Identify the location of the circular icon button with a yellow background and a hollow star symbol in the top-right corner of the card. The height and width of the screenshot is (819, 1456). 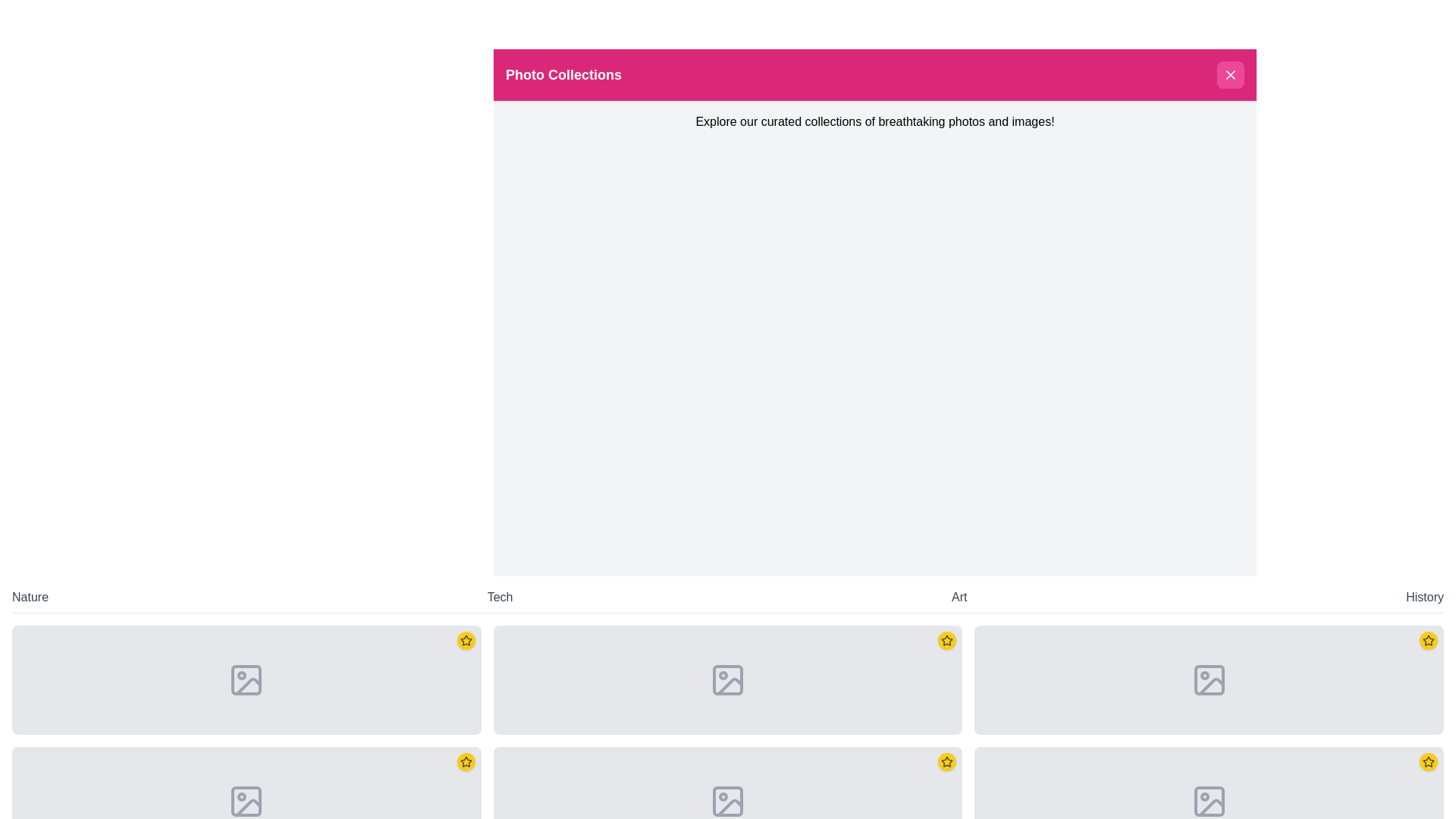
(465, 640).